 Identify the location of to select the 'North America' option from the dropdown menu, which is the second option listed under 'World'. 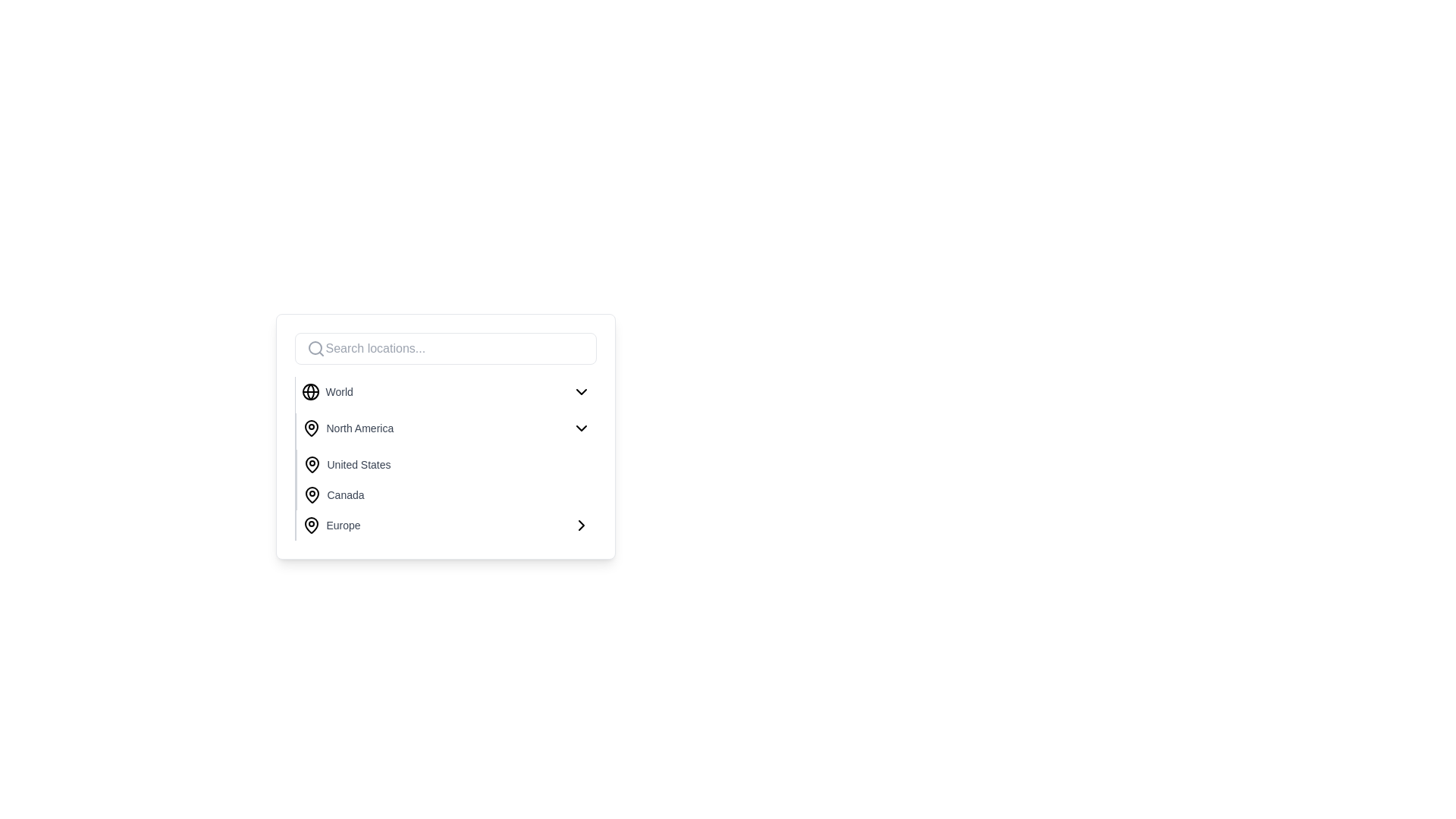
(445, 428).